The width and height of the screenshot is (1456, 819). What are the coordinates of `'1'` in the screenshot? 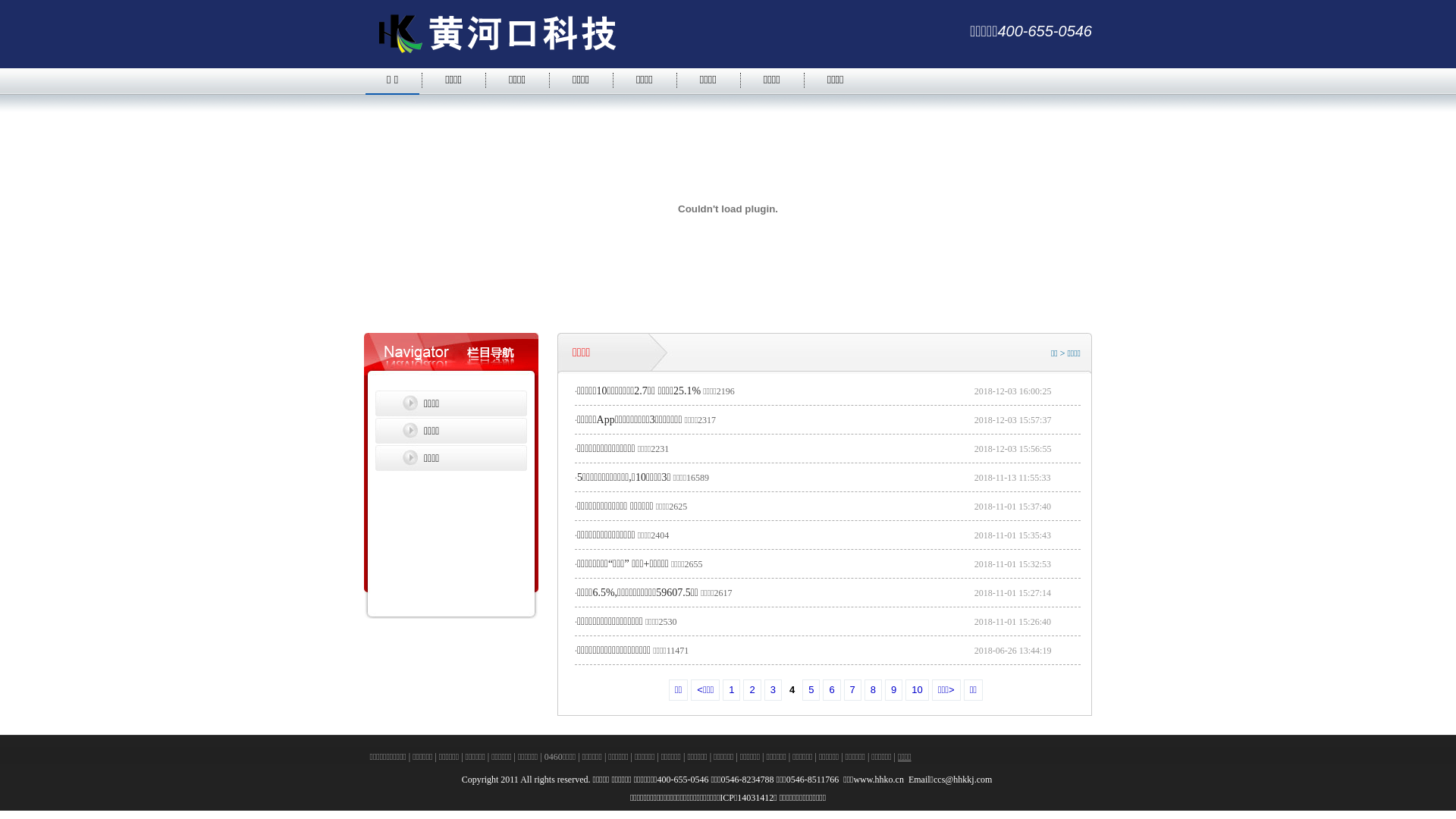 It's located at (731, 690).